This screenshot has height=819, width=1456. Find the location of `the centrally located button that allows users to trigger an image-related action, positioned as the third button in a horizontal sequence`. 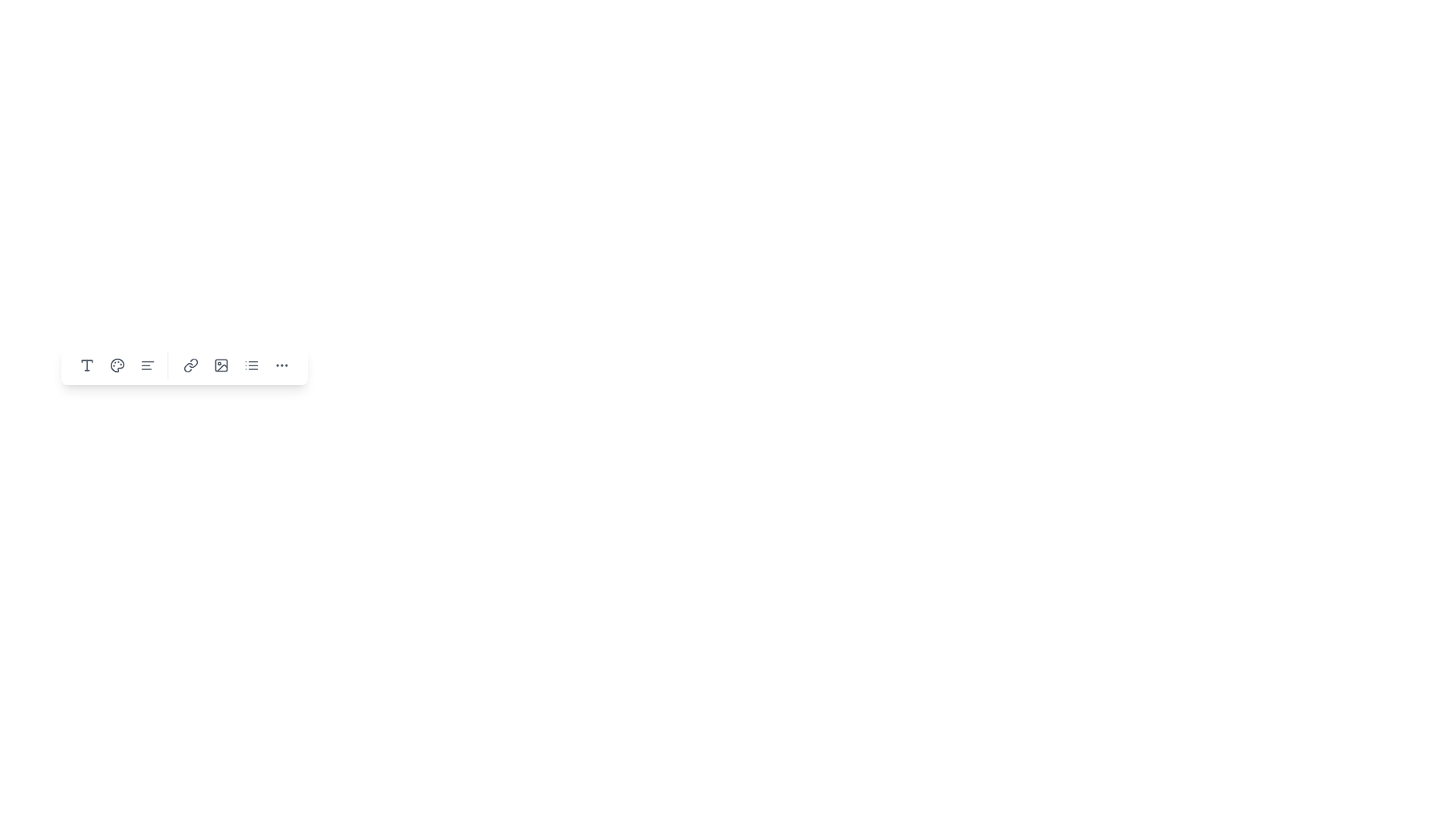

the centrally located button that allows users to trigger an image-related action, positioned as the third button in a horizontal sequence is located at coordinates (221, 366).